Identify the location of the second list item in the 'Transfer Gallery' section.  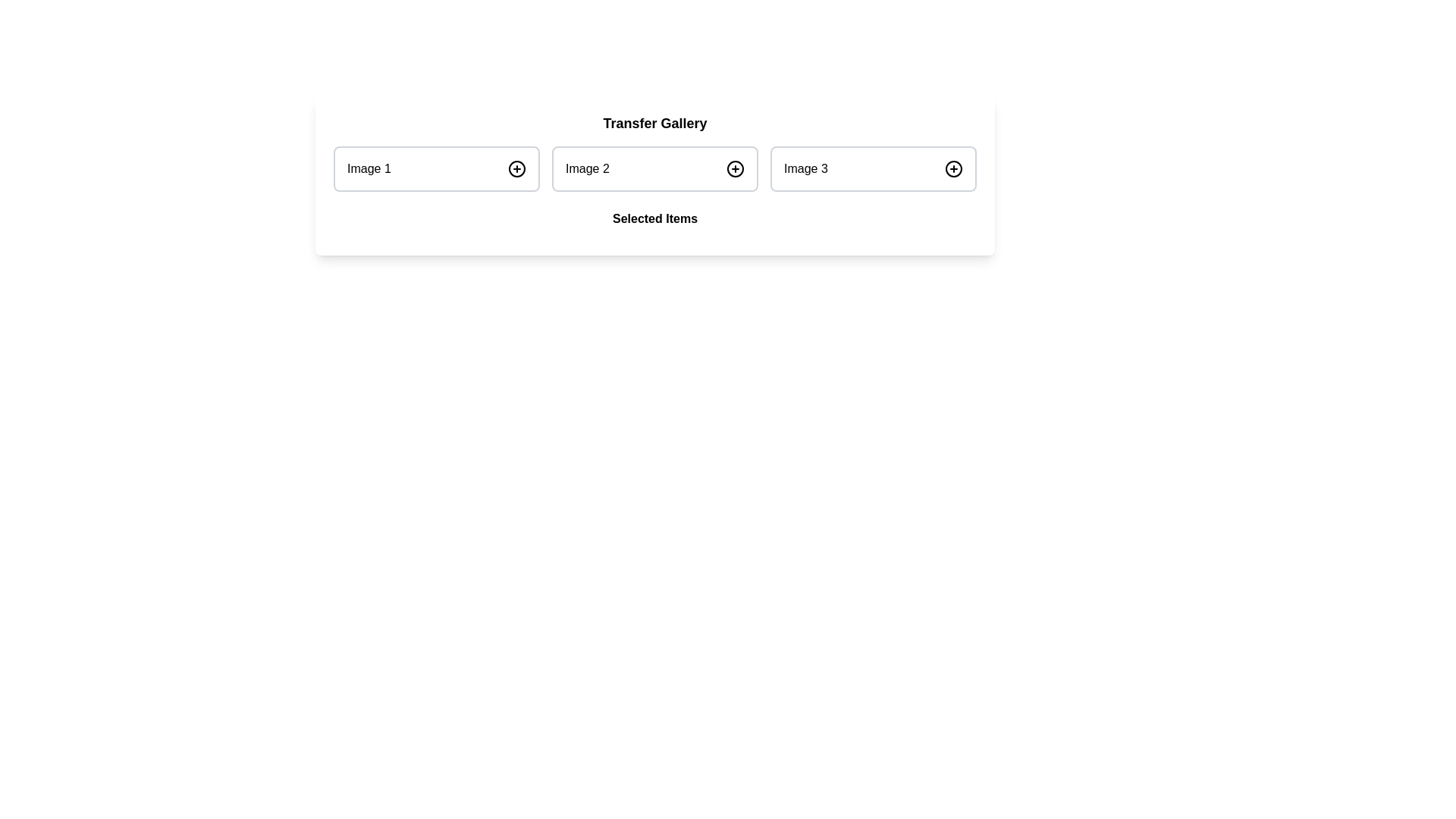
(655, 169).